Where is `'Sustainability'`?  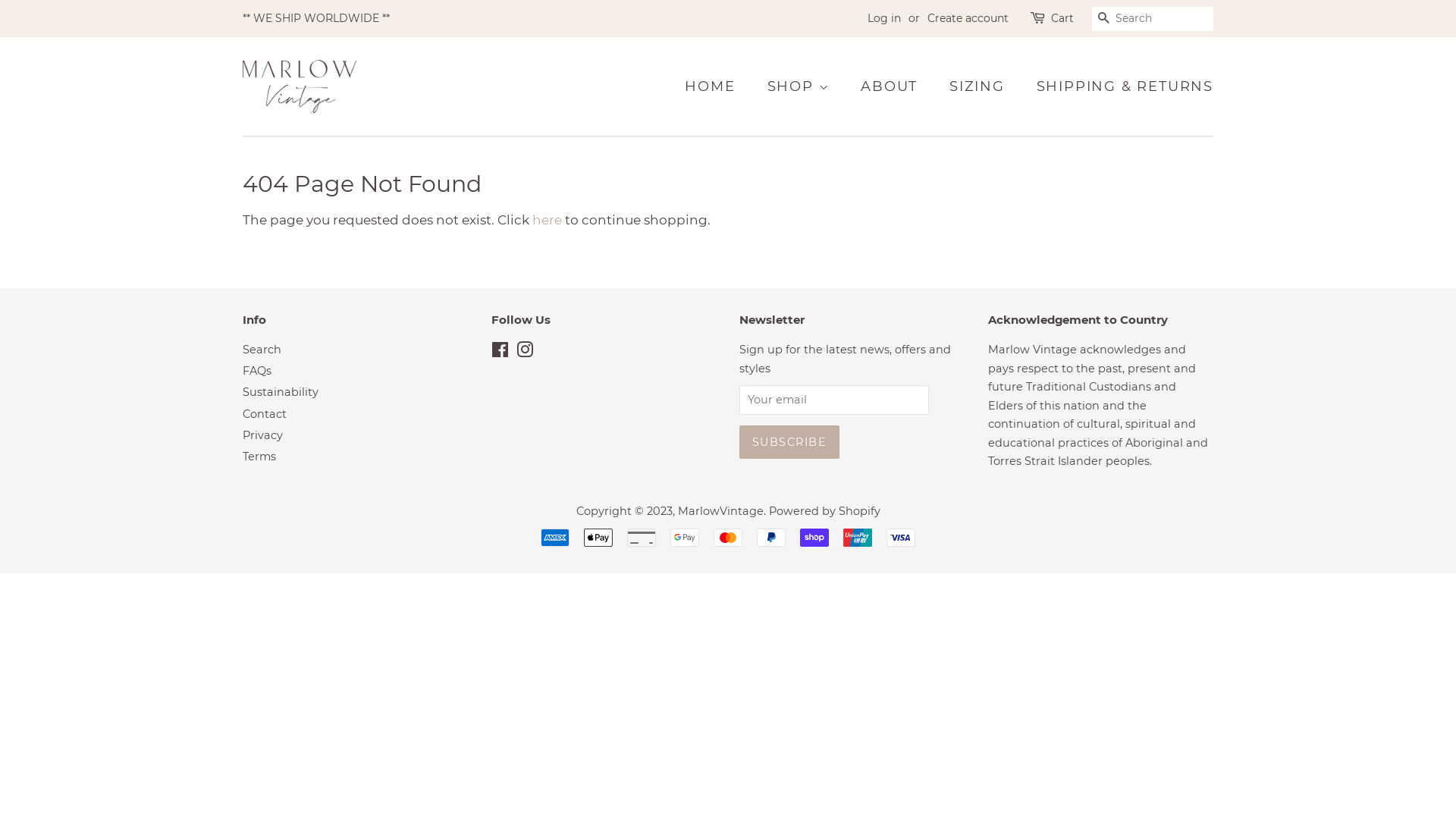 'Sustainability' is located at coordinates (280, 391).